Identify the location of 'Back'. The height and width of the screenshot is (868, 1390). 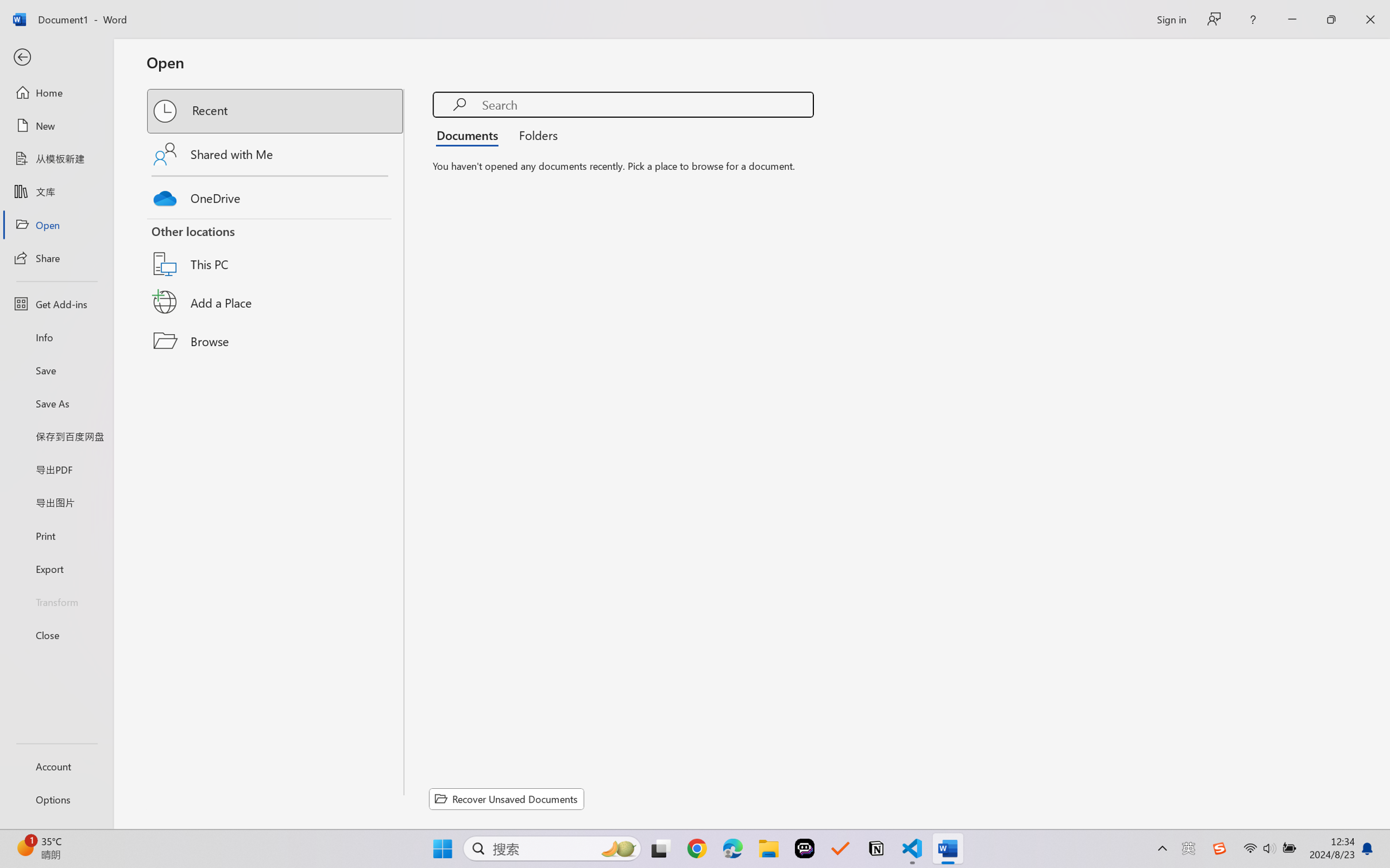
(56, 57).